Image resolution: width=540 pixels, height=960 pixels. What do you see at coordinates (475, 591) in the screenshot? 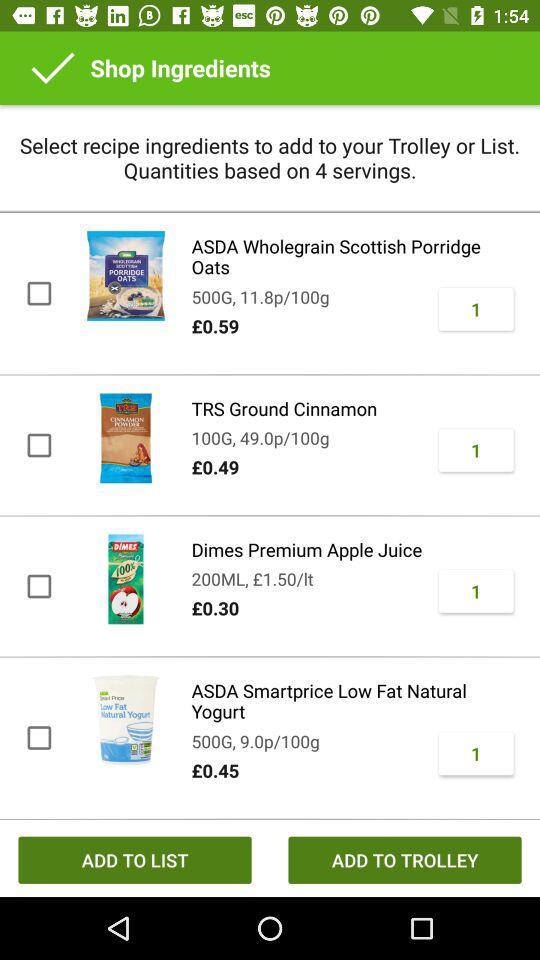
I see `digit 1 to the left of dimes premium apple juice text` at bounding box center [475, 591].